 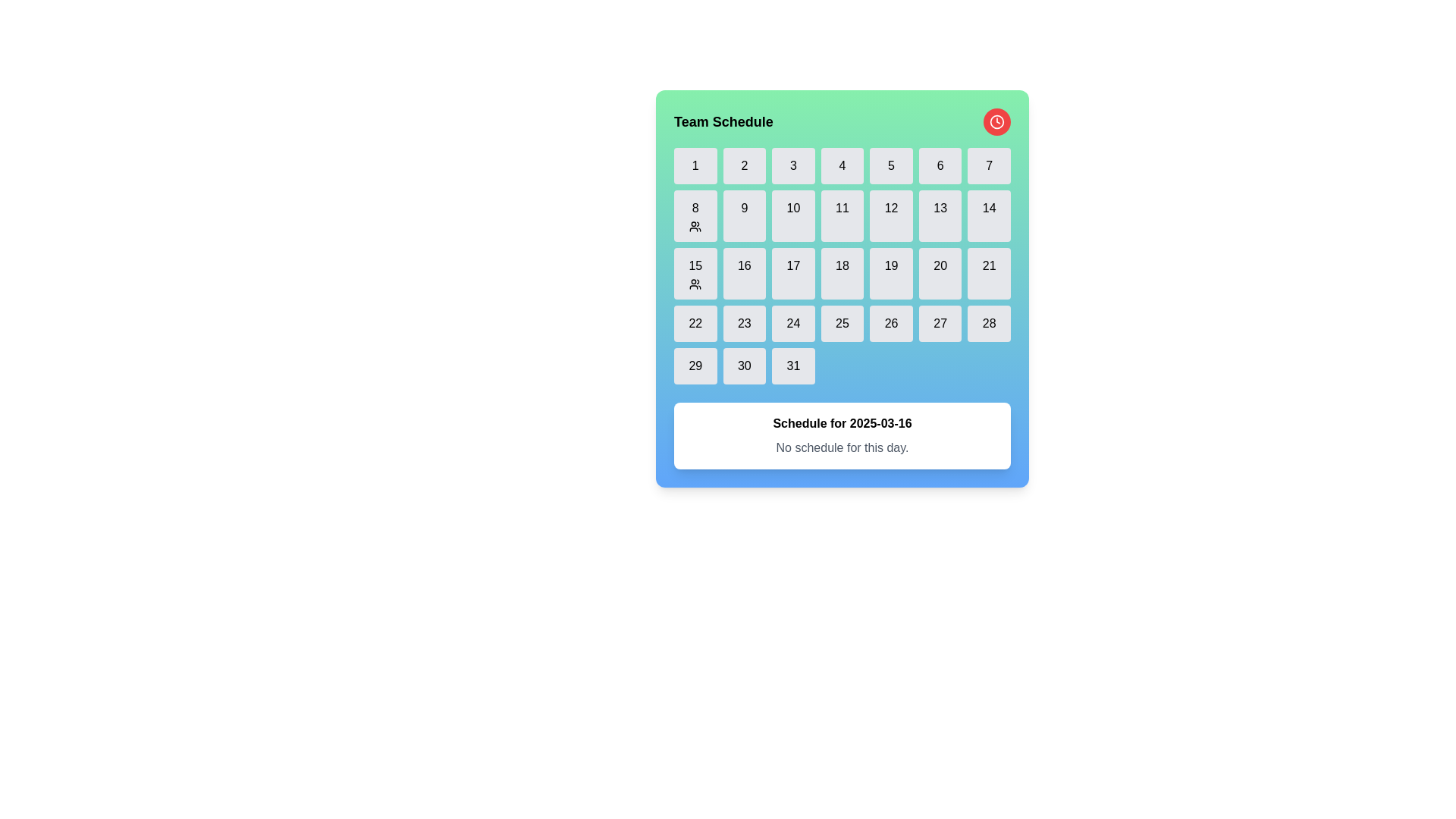 What do you see at coordinates (841, 289) in the screenshot?
I see `the selectable grid cell representing the day '18' in the calendar layout, which is highlighted in the third row and fourth column of the 'Team Schedule' interface` at bounding box center [841, 289].